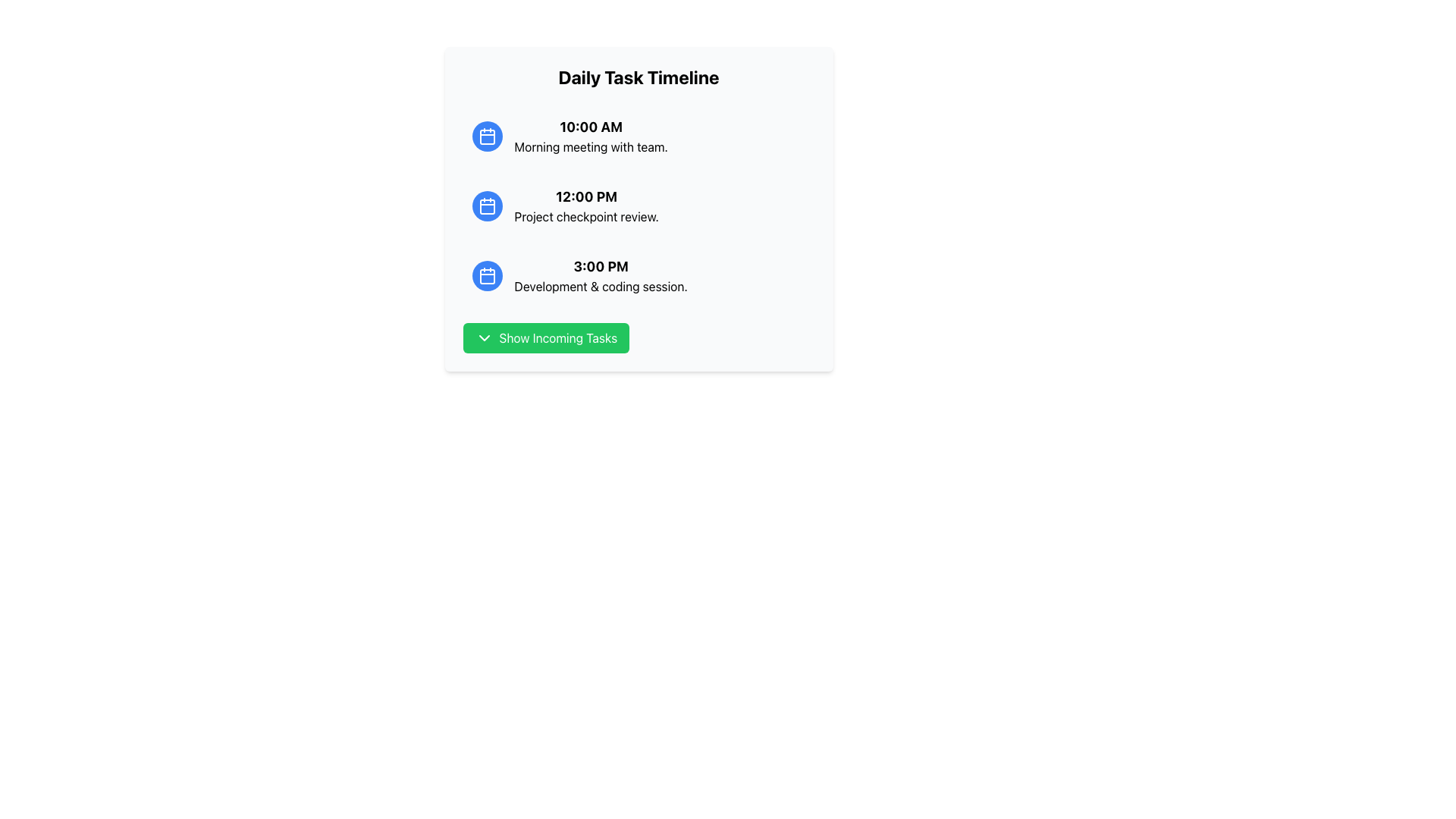 The image size is (1456, 819). What do you see at coordinates (600, 265) in the screenshot?
I see `the text label indicating the scheduled time '3:00 PM' for the associated activity in the timeline` at bounding box center [600, 265].